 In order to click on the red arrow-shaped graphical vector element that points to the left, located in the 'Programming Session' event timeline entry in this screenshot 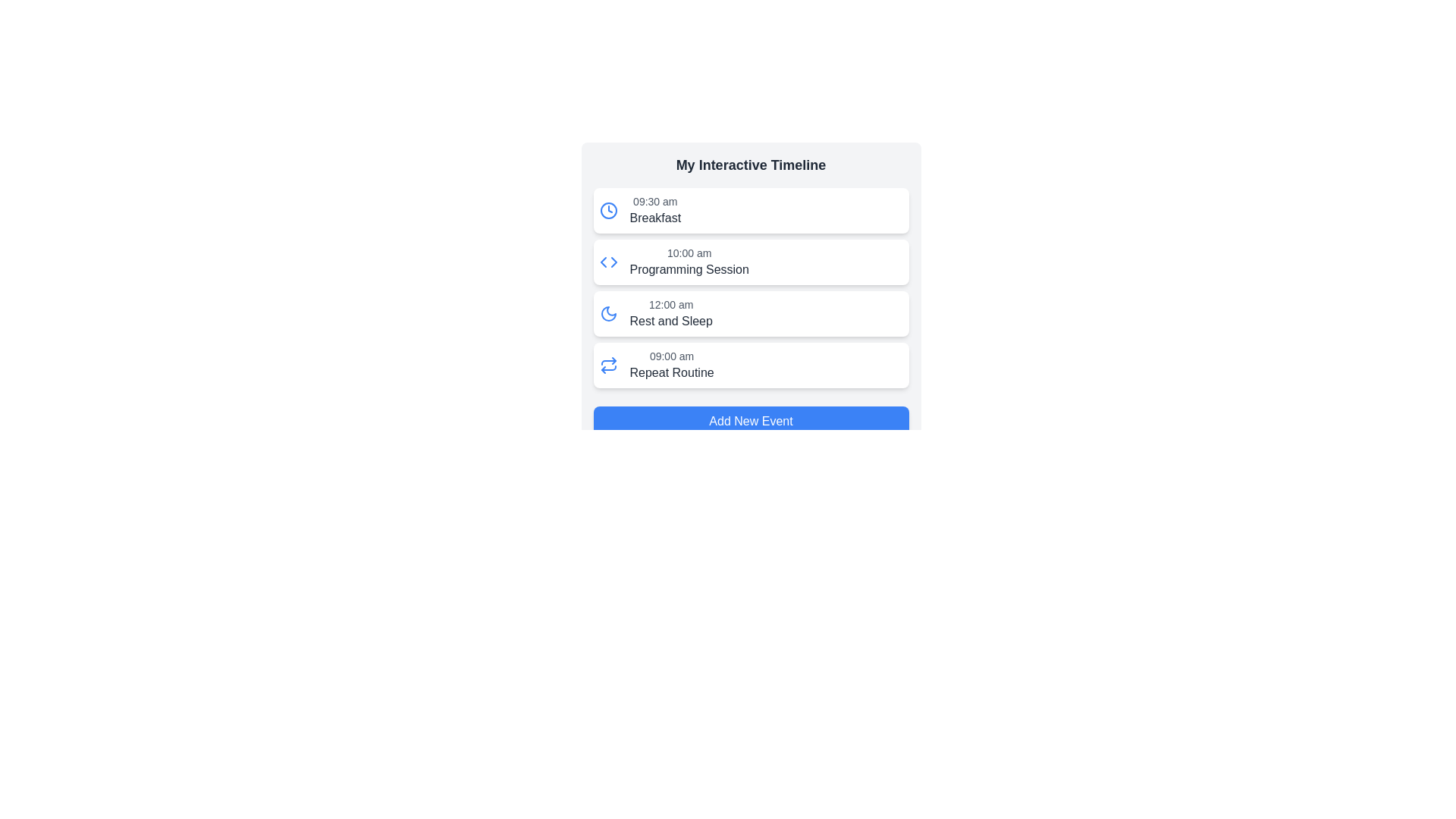, I will do `click(602, 262)`.